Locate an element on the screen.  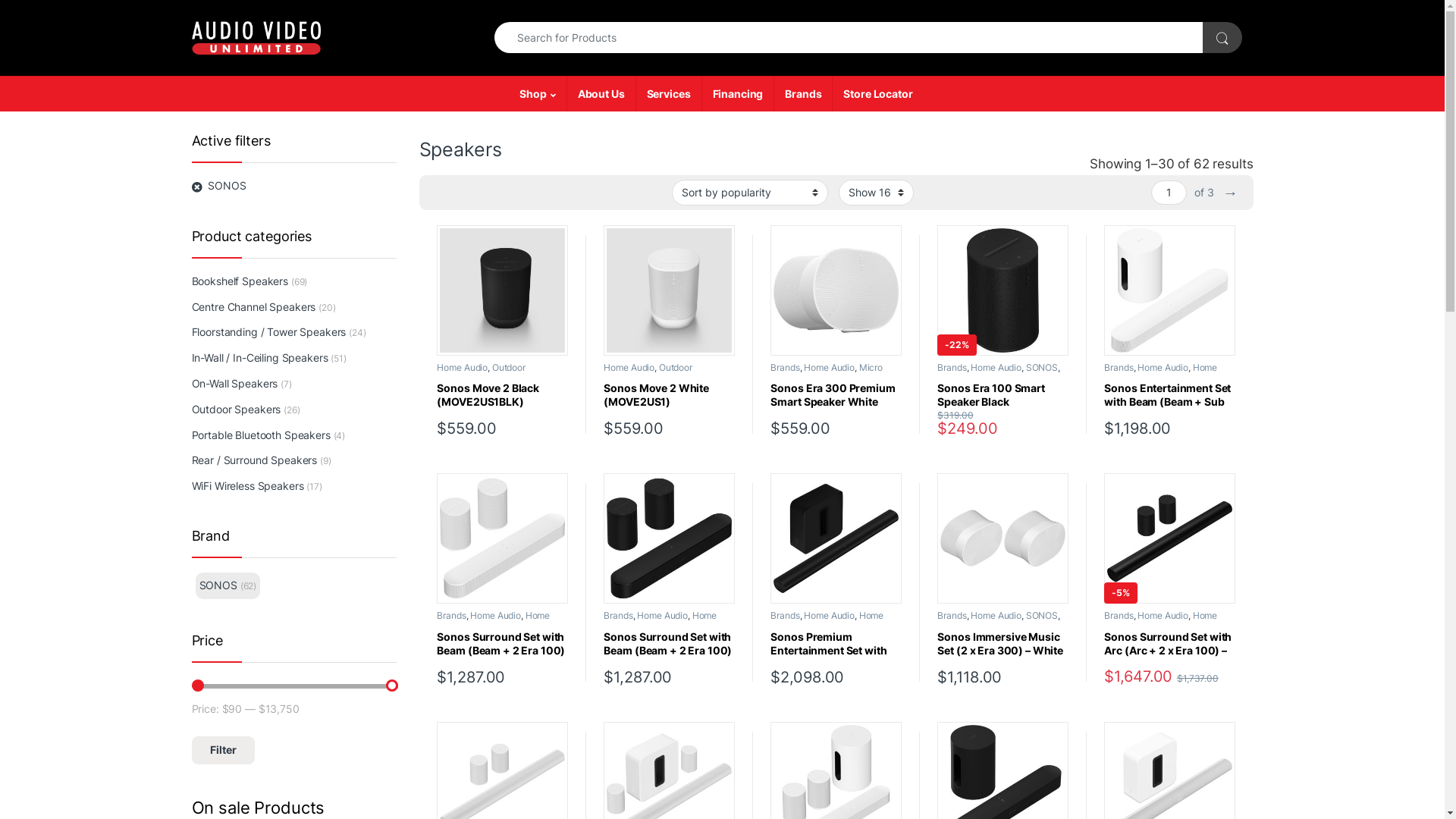
'WiFi Wireless Speakers' is located at coordinates (247, 485).